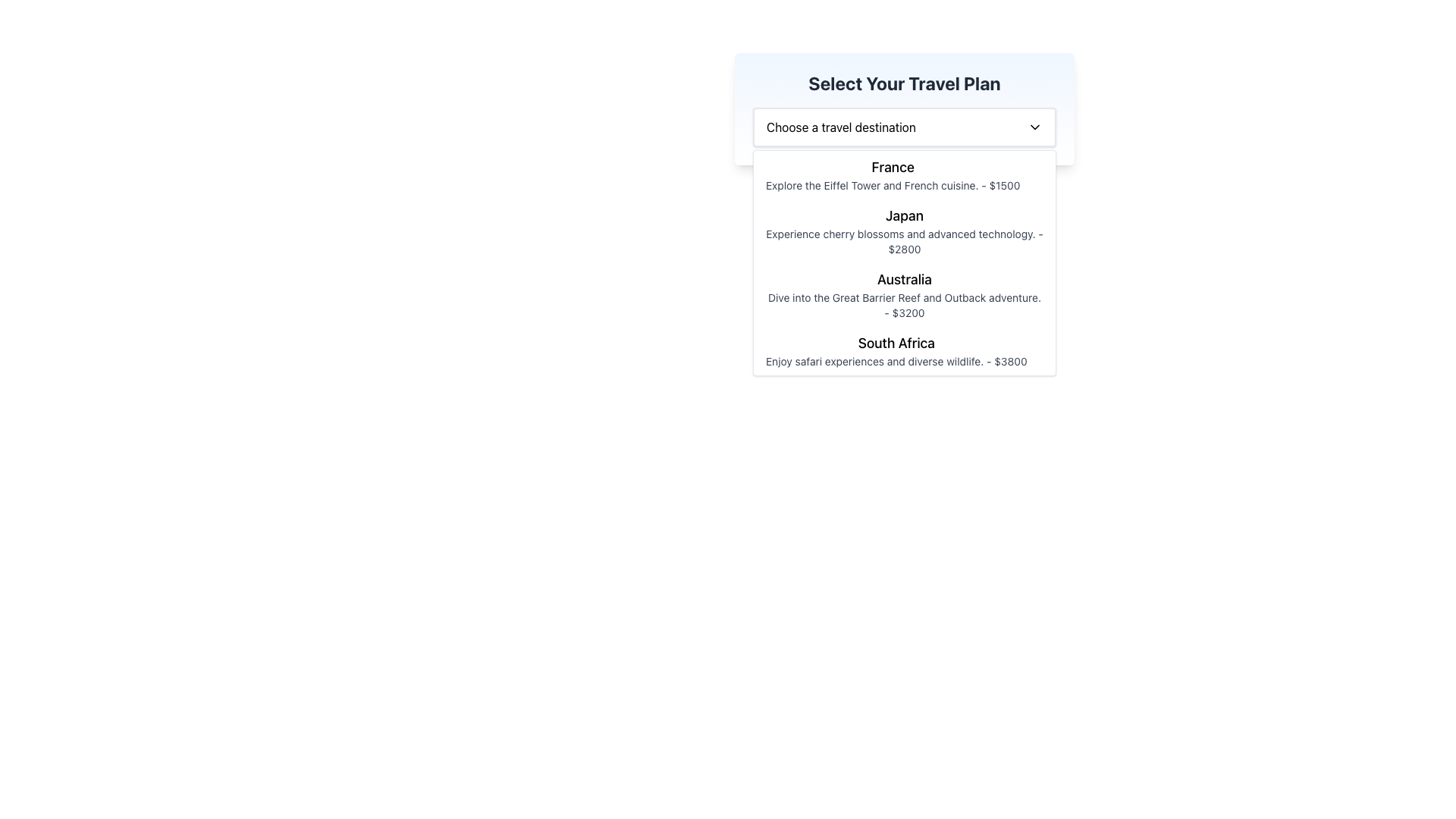 The height and width of the screenshot is (819, 1456). What do you see at coordinates (896, 362) in the screenshot?
I see `the descriptive text element that reads 'Enjoy safari experiences and diverse wildlife. - $3800', which is positioned under the 'South Africa' title` at bounding box center [896, 362].